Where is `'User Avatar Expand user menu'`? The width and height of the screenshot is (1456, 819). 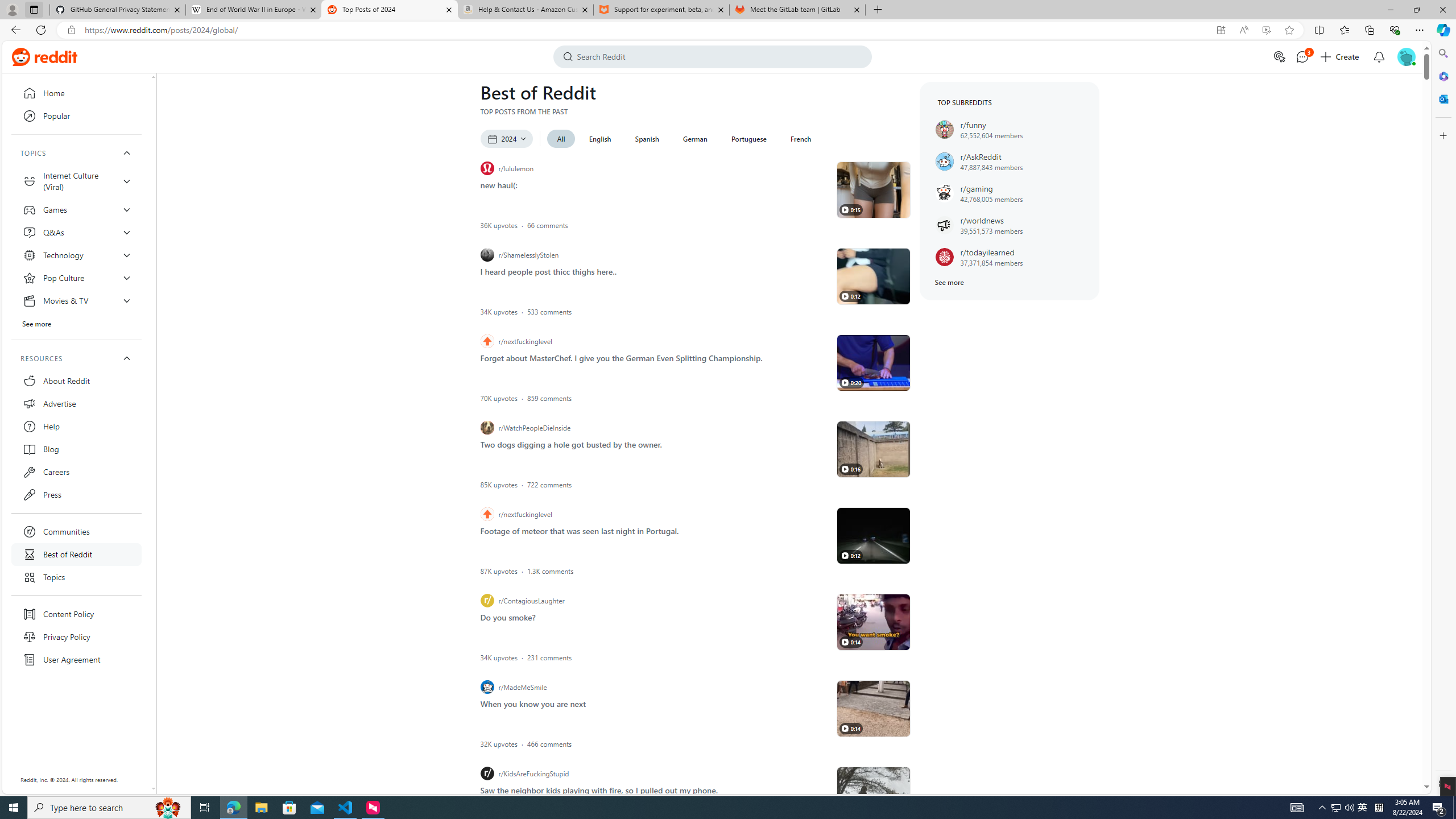
'User Avatar Expand user menu' is located at coordinates (1405, 56).